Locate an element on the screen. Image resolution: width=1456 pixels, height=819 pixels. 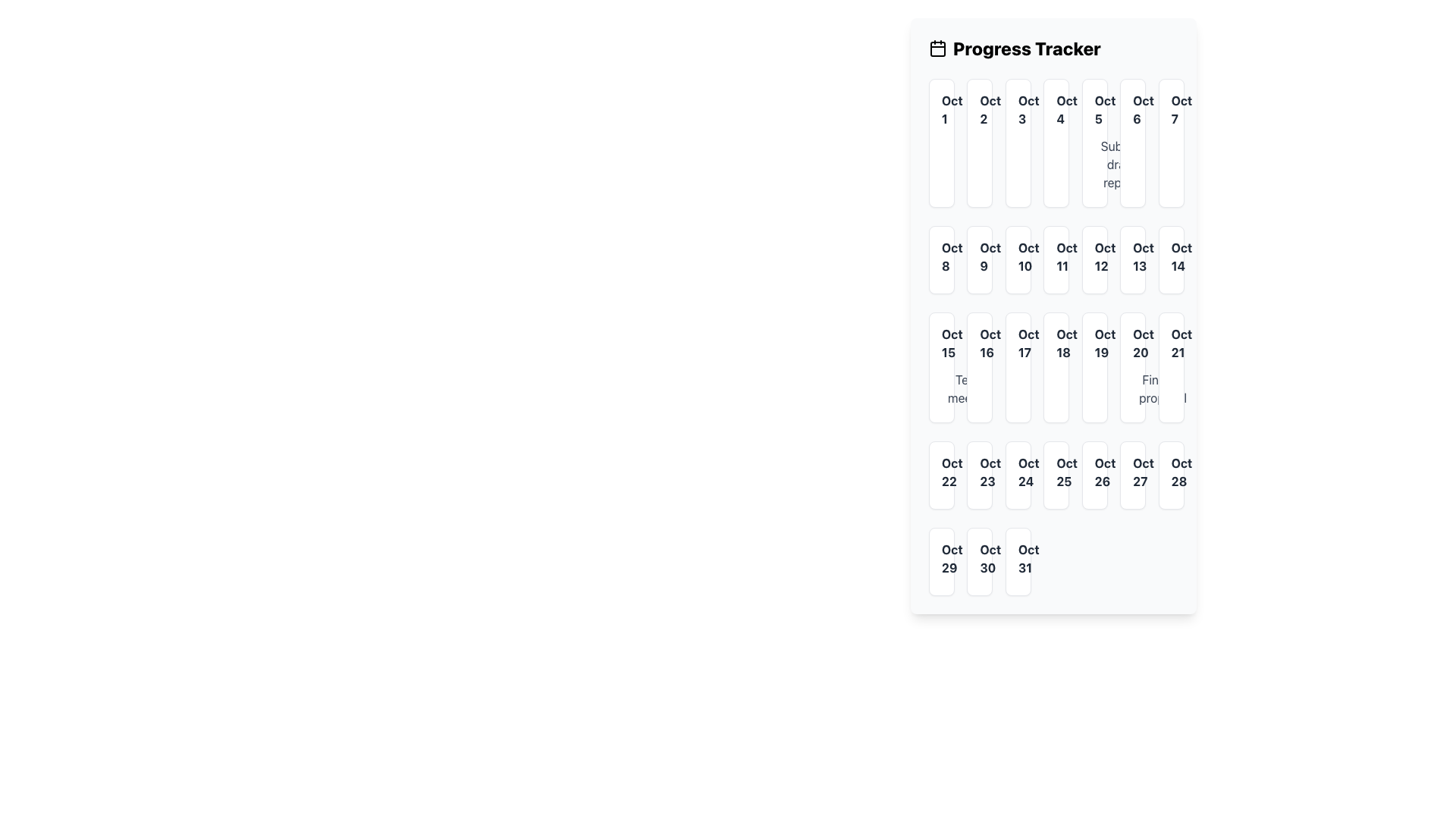
the interactive calendar cell labeled 'Oct 1' is located at coordinates (941, 143).